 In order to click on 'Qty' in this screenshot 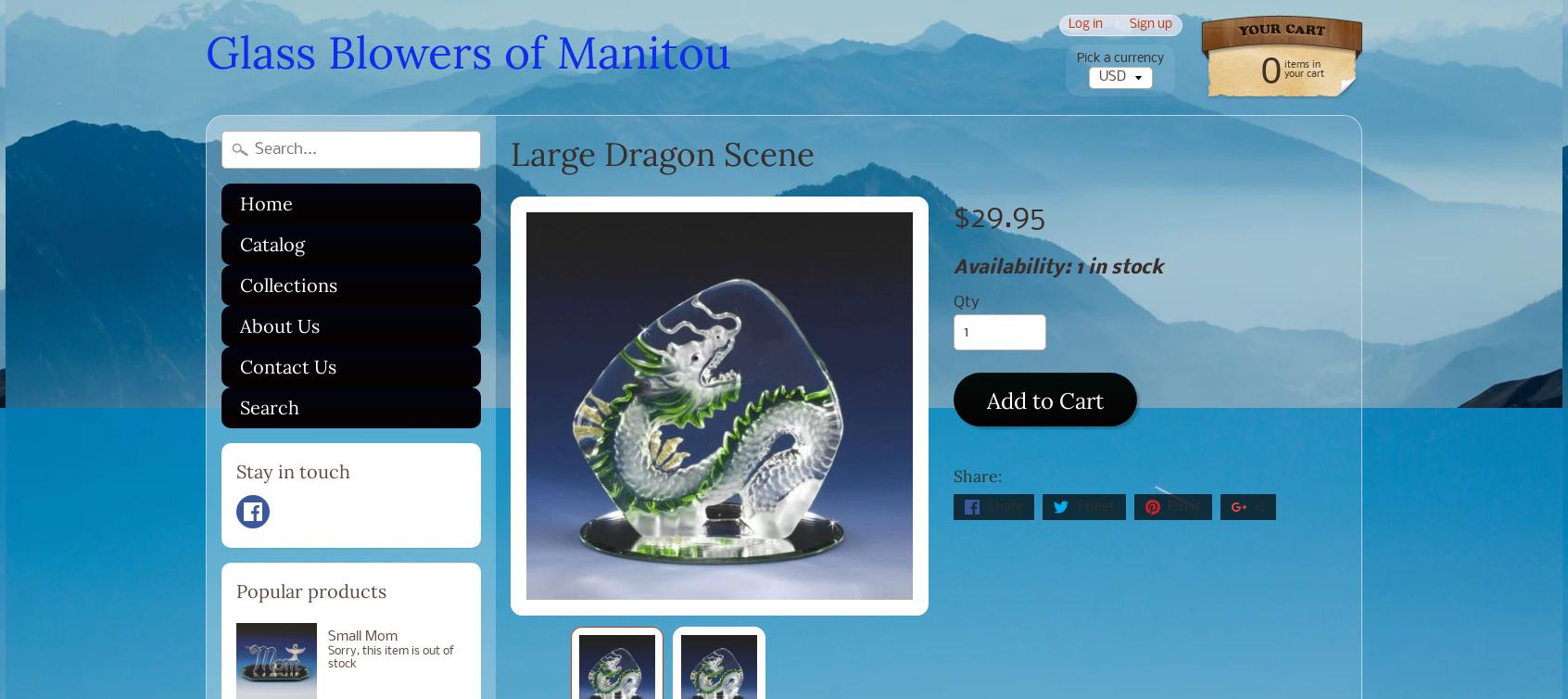, I will do `click(964, 300)`.